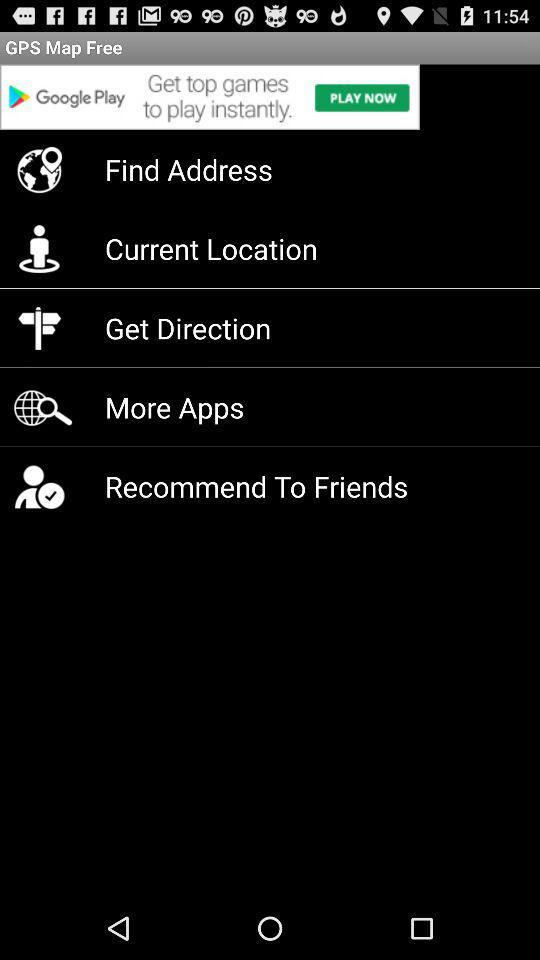 The height and width of the screenshot is (960, 540). I want to click on the location icon, so click(39, 181).